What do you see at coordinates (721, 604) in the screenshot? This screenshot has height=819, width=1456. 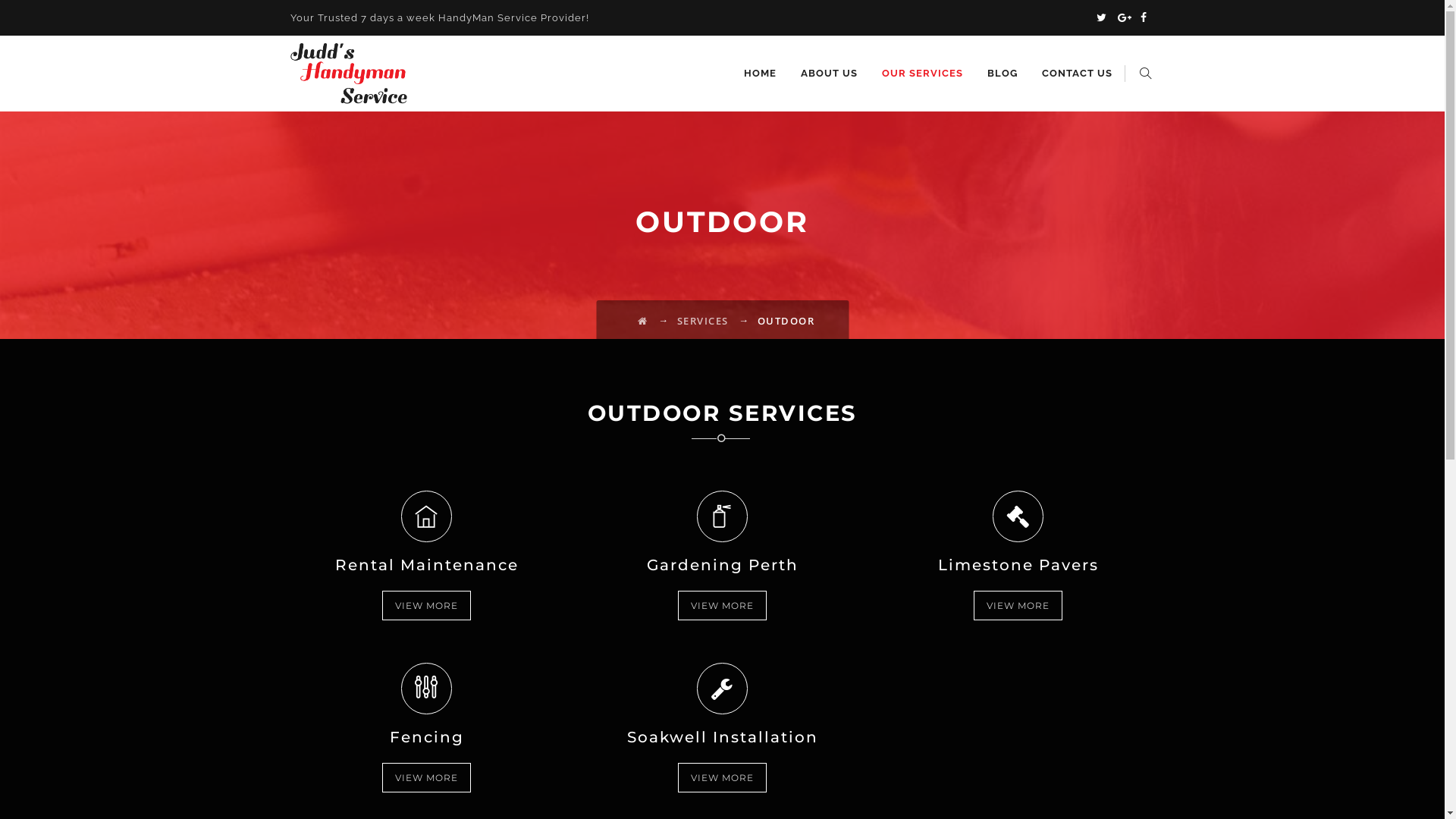 I see `'VIEW MORE'` at bounding box center [721, 604].